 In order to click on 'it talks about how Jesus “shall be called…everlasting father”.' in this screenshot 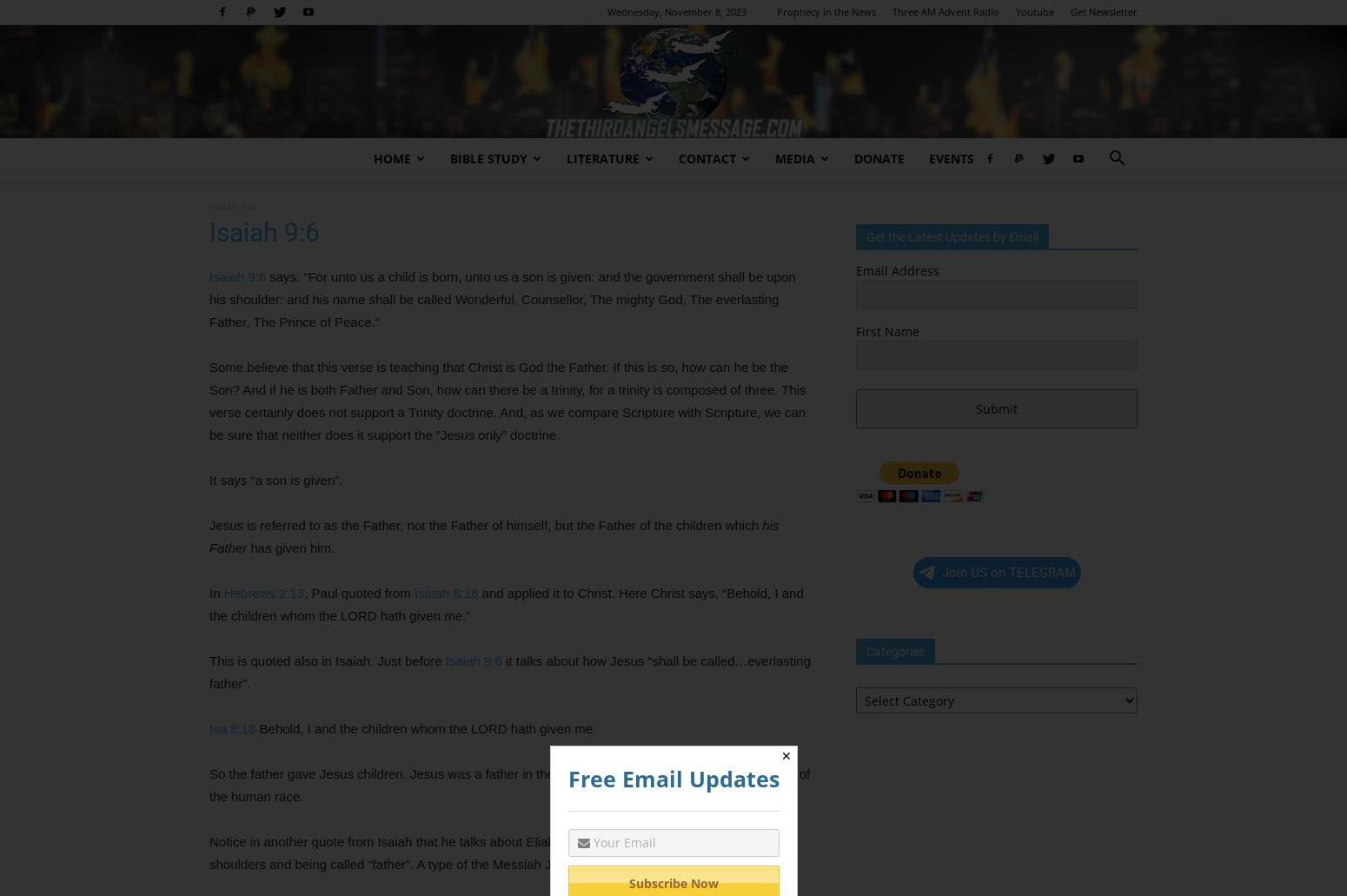, I will do `click(509, 671)`.